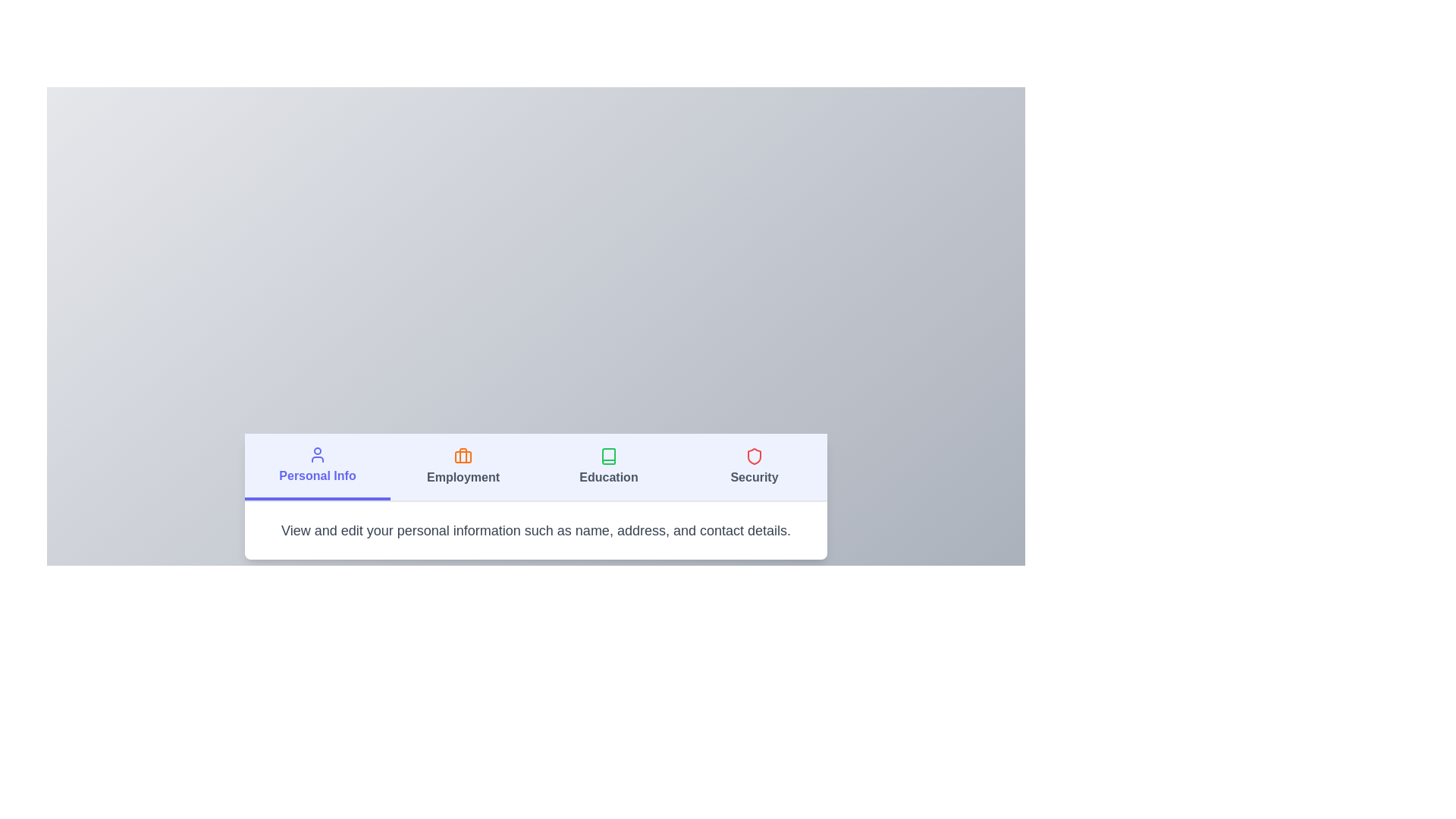 The width and height of the screenshot is (1456, 819). What do you see at coordinates (608, 466) in the screenshot?
I see `the Education tab to view its content` at bounding box center [608, 466].